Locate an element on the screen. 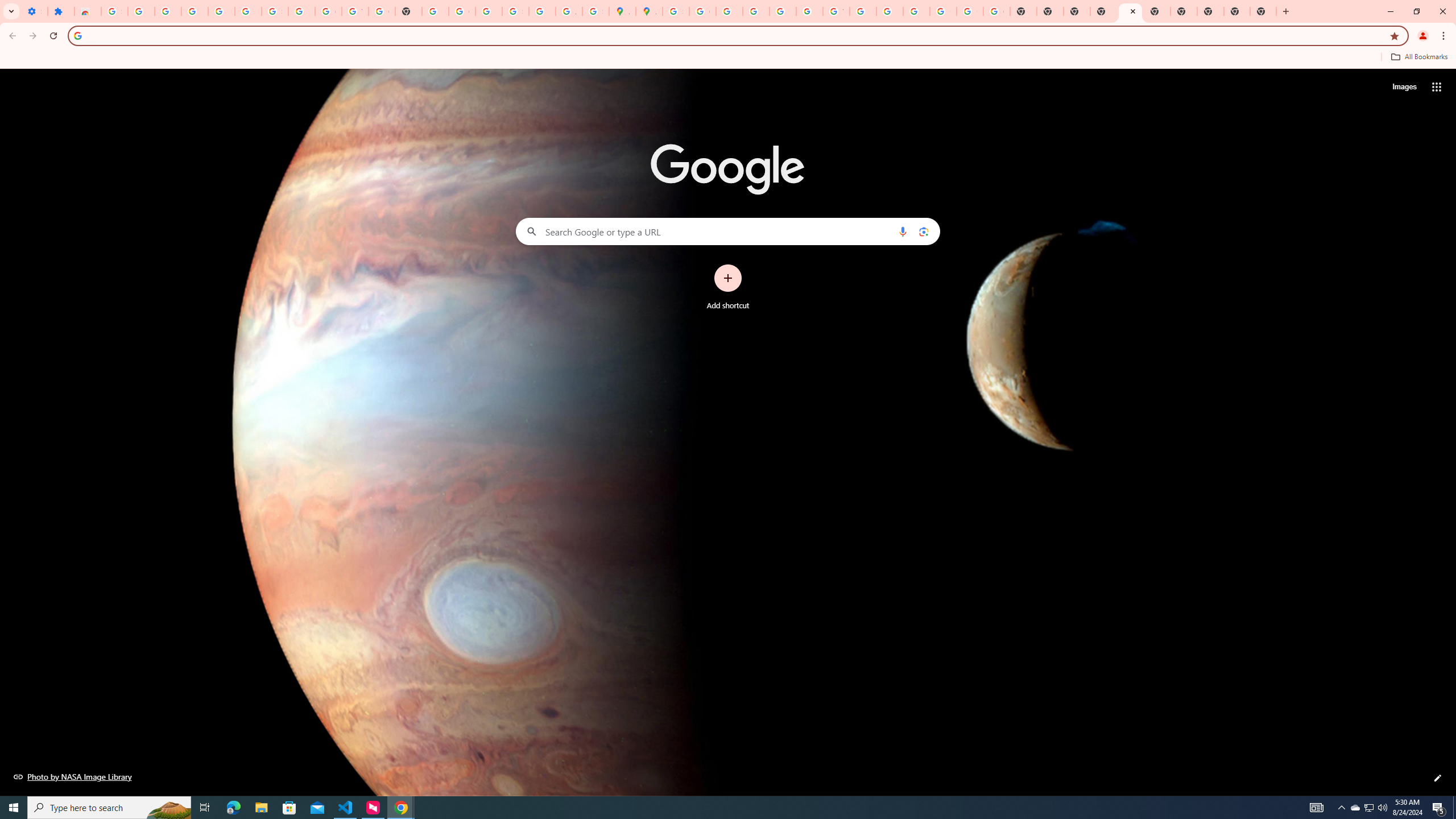 The width and height of the screenshot is (1456, 819). 'Learn how to find your photos - Google Photos Help' is located at coordinates (221, 11).